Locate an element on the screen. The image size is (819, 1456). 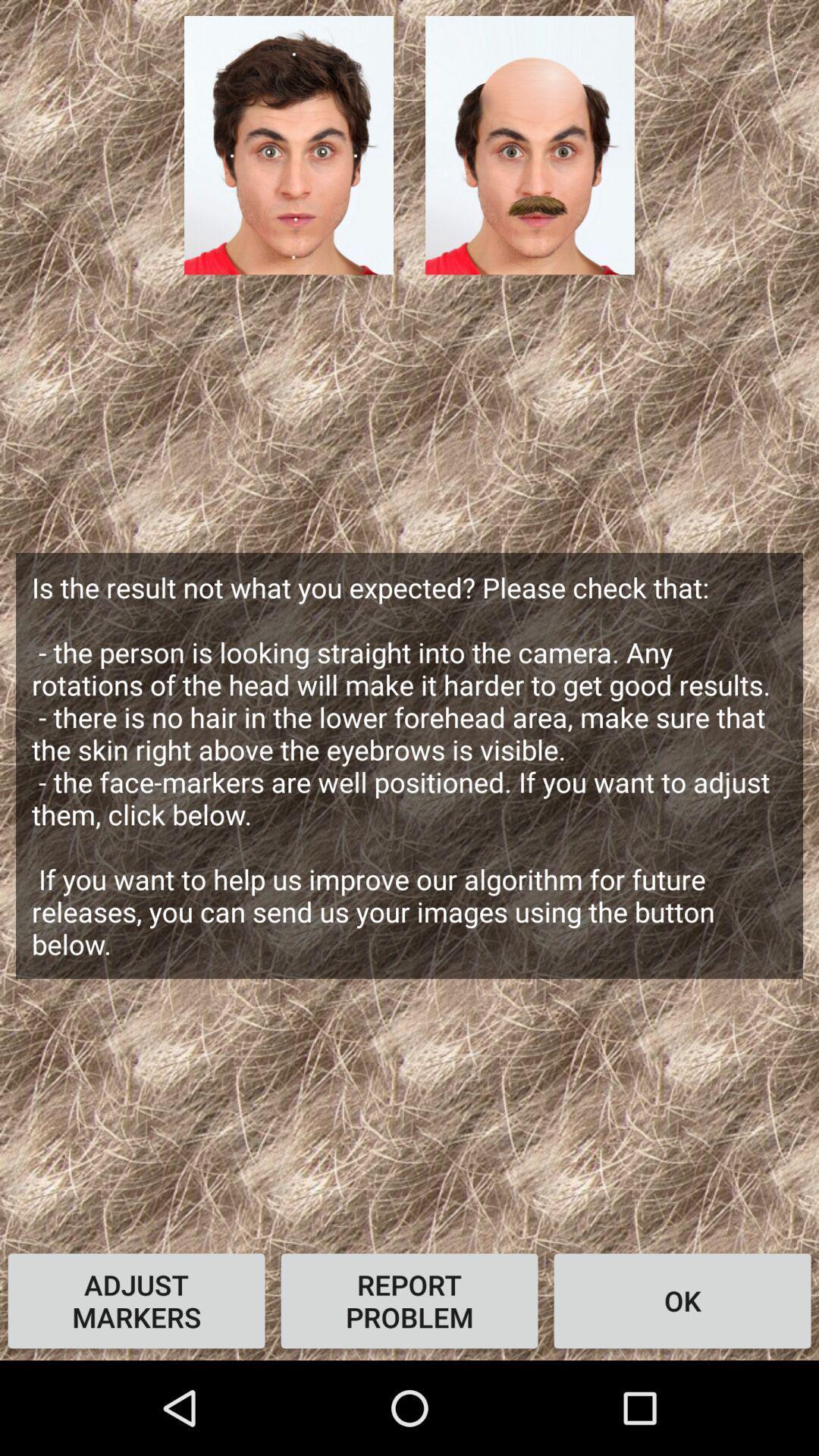
button to the right of report problem item is located at coordinates (681, 1300).